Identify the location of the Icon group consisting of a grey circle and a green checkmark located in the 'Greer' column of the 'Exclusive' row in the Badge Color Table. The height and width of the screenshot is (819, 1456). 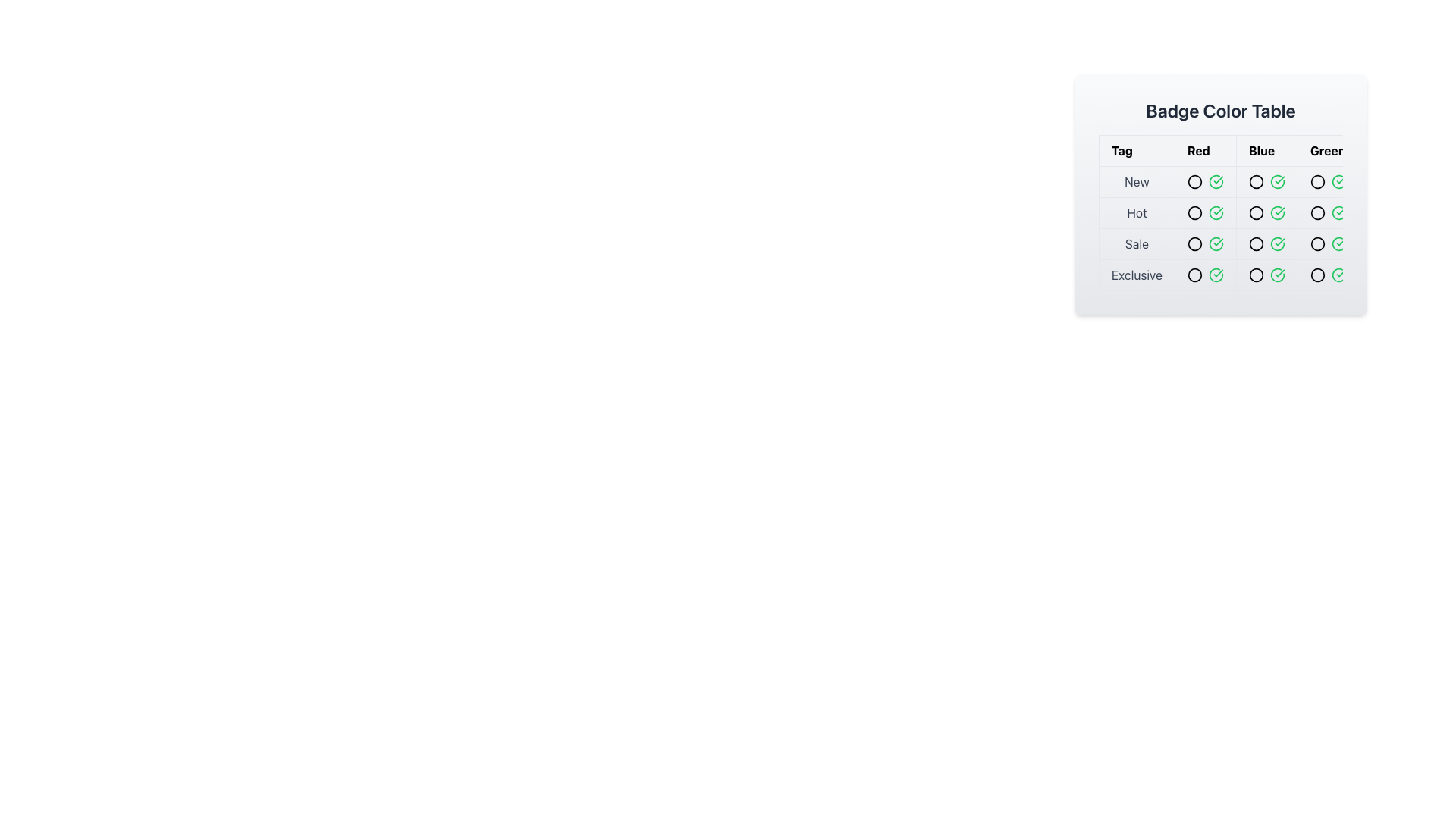
(1327, 275).